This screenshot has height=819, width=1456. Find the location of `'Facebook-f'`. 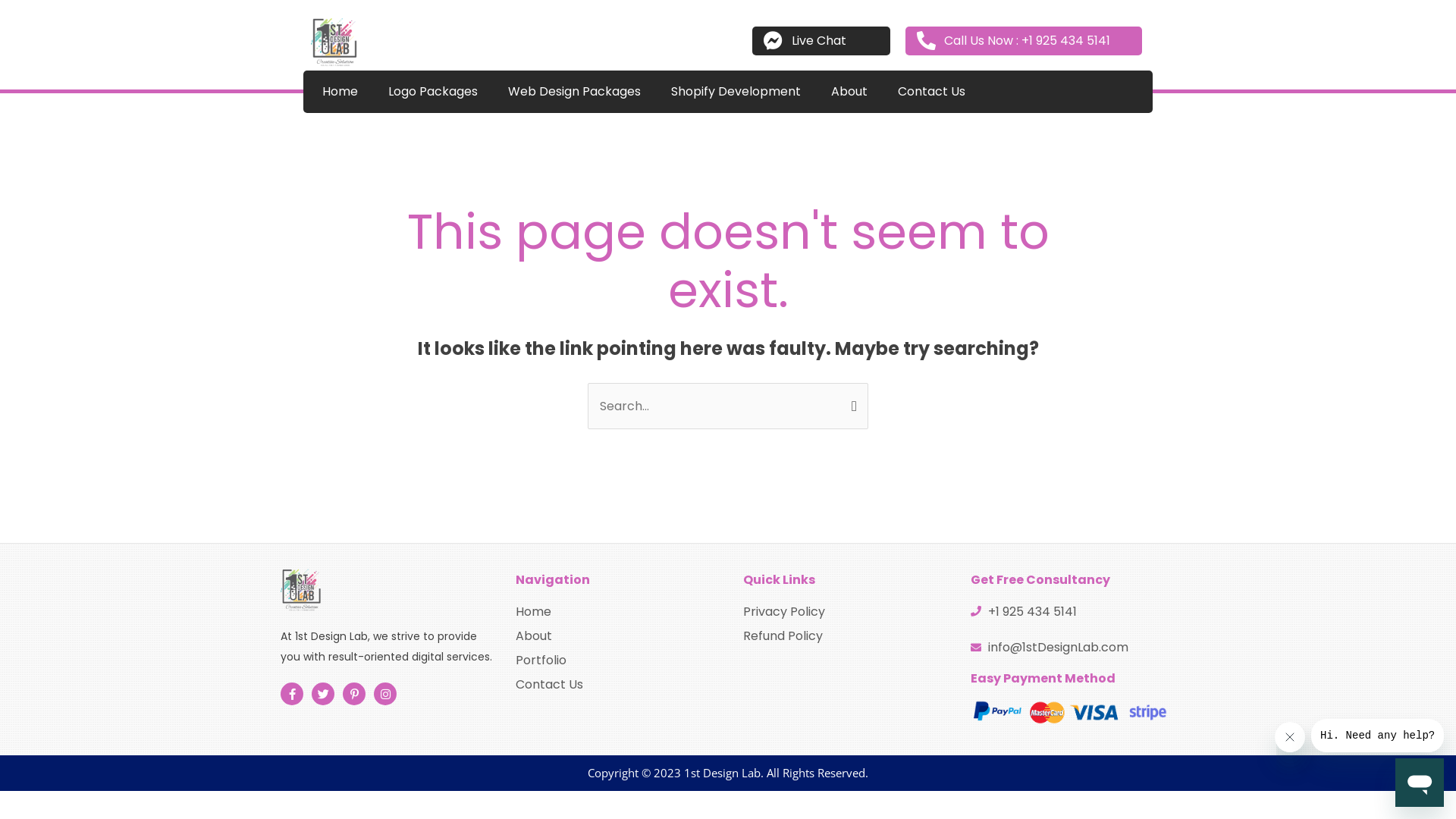

'Facebook-f' is located at coordinates (291, 693).